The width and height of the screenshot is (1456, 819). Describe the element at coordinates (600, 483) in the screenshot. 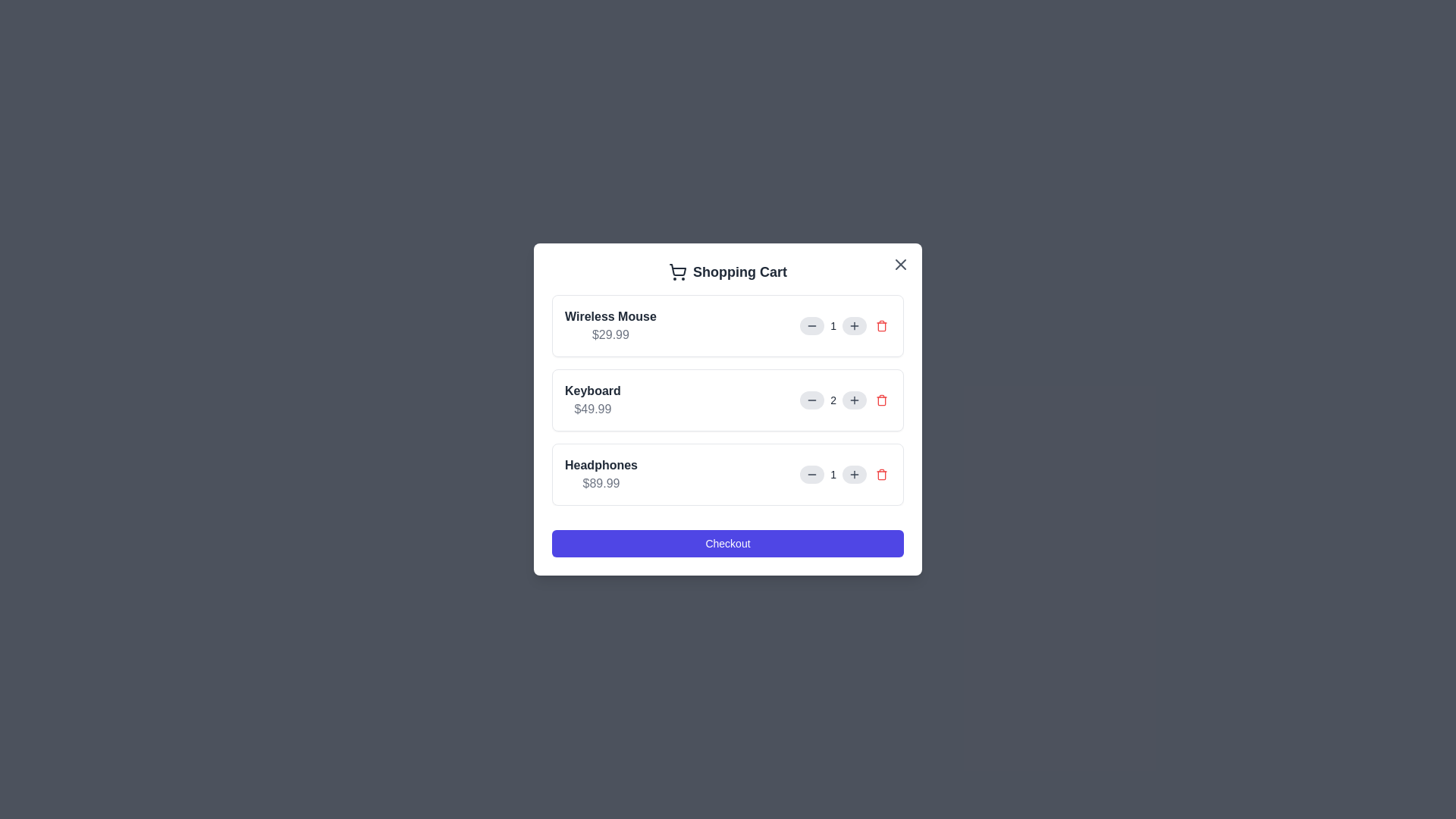

I see `the price display text label for the selected headphones in the shopping cart` at that location.